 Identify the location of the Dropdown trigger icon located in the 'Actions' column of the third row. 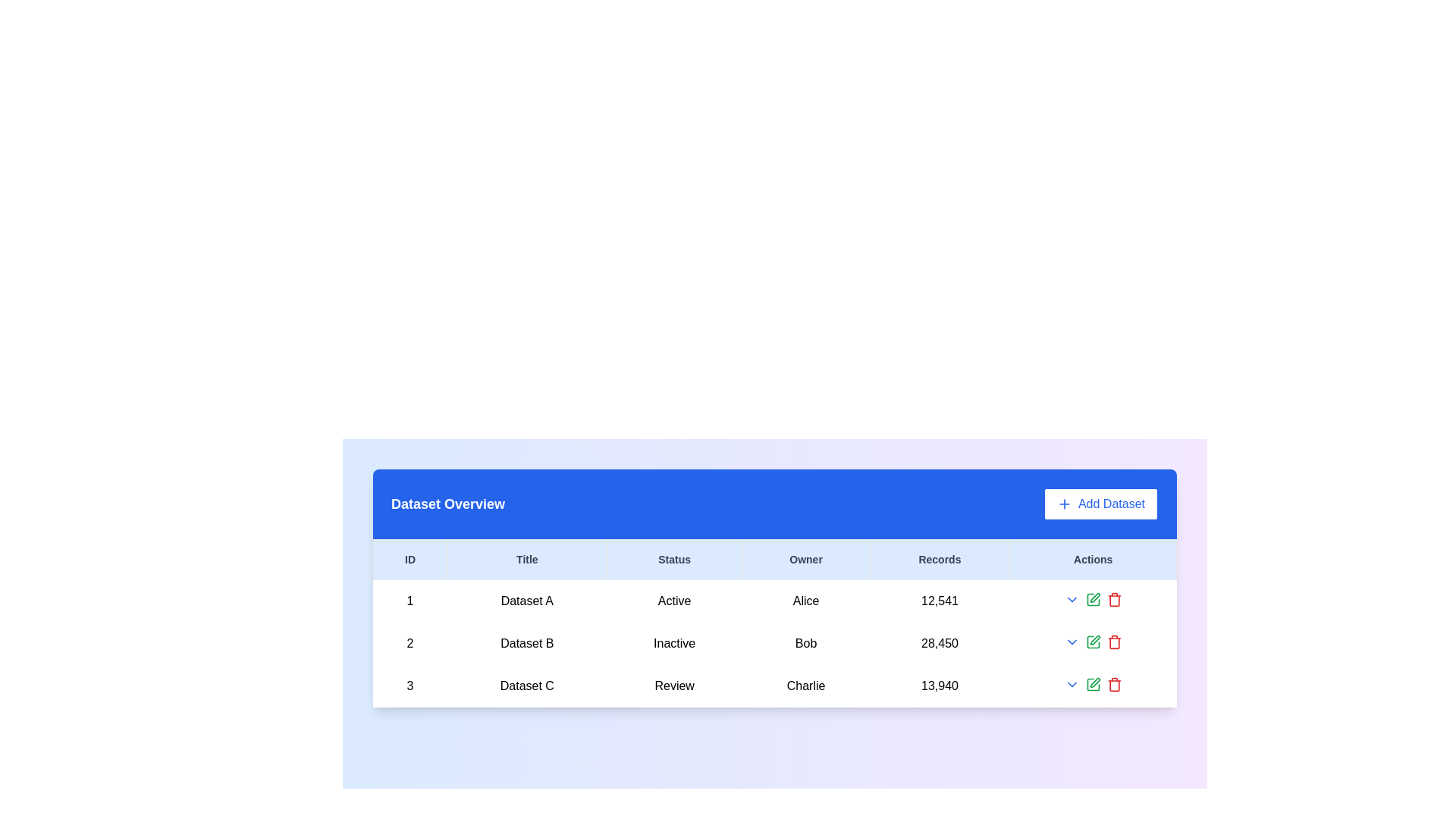
(1071, 684).